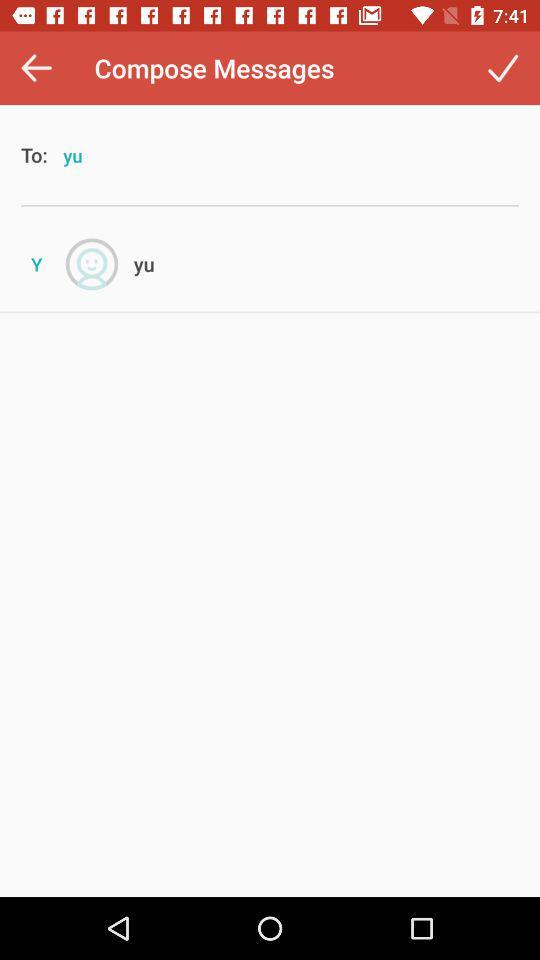  What do you see at coordinates (502, 68) in the screenshot?
I see `icon above yu icon` at bounding box center [502, 68].